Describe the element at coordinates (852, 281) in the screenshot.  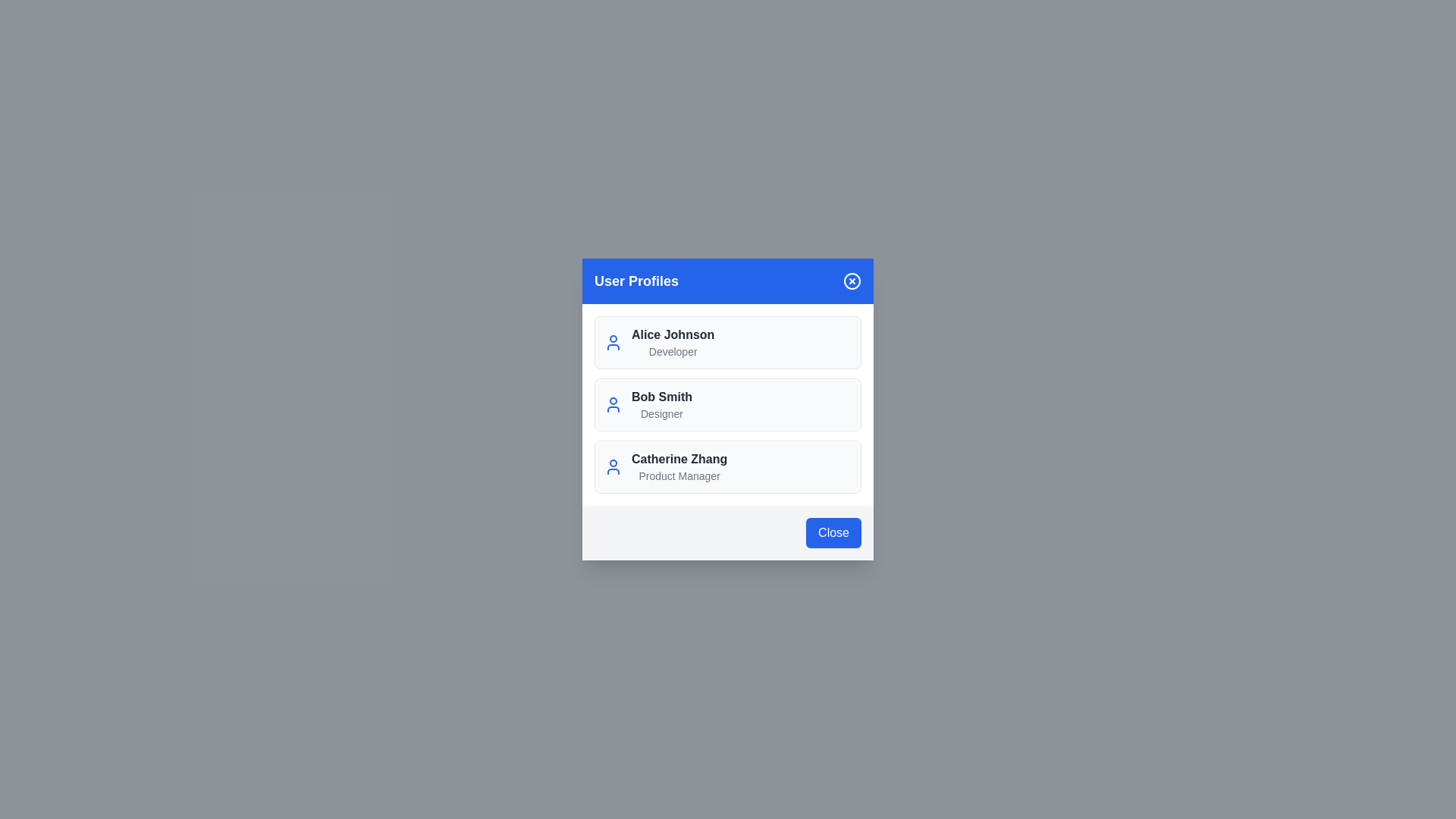
I see `the 'X' button in the top-right corner of the dialog to close it` at that location.